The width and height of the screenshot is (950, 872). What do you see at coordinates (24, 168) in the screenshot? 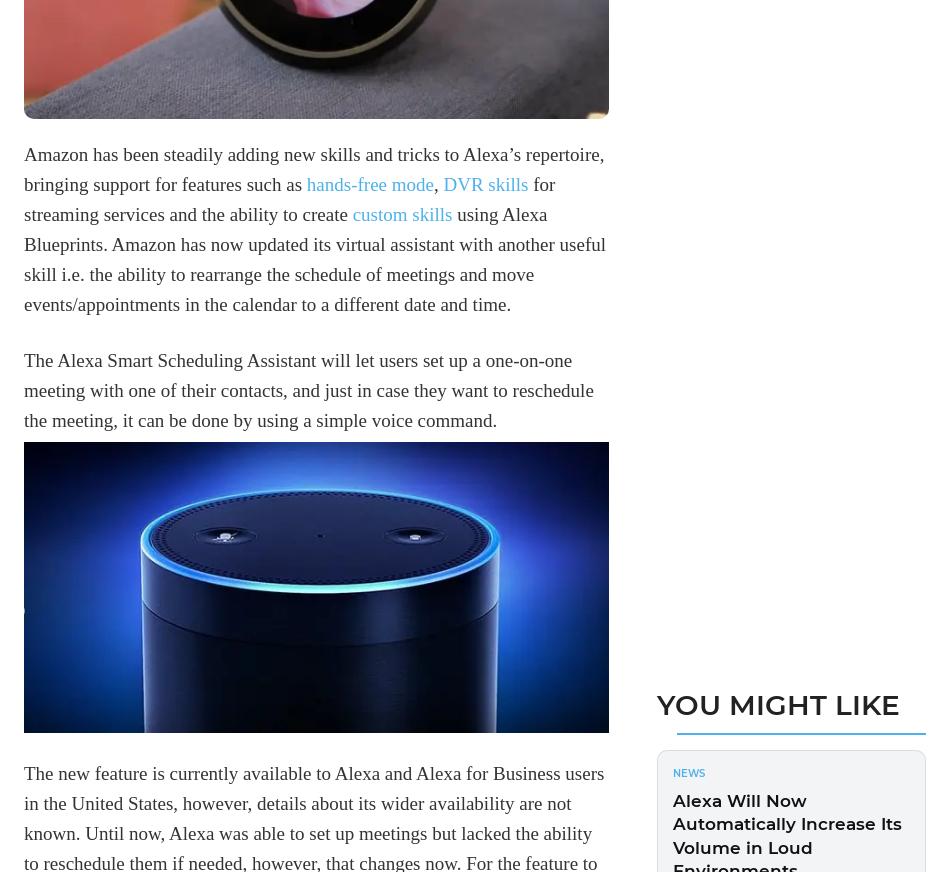
I see `'Amazon has been steadily adding new skills and tricks to Alexa’s repertoire, bringing support for features such as'` at bounding box center [24, 168].